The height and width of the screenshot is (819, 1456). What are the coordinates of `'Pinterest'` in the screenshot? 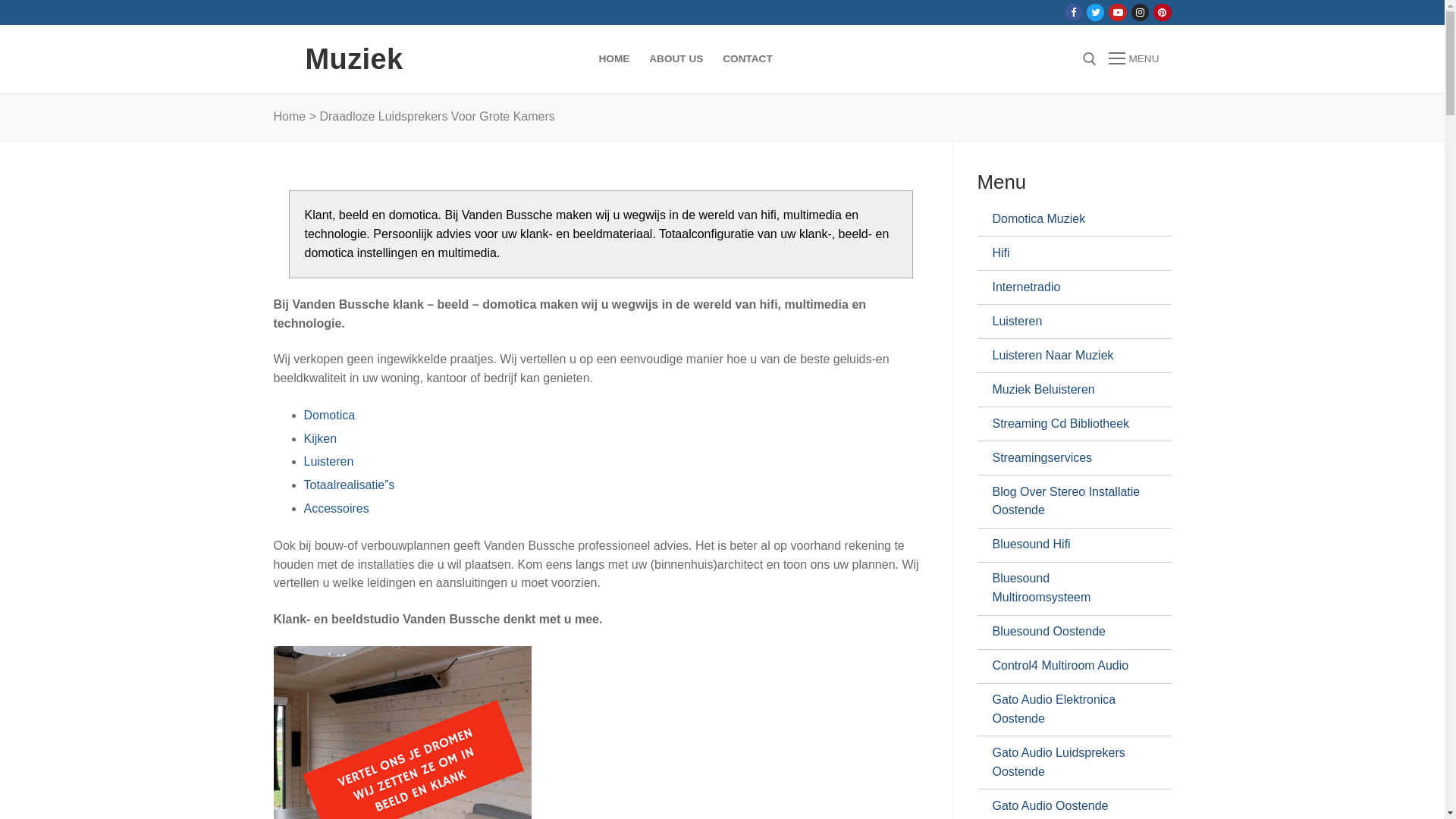 It's located at (1156, 12).